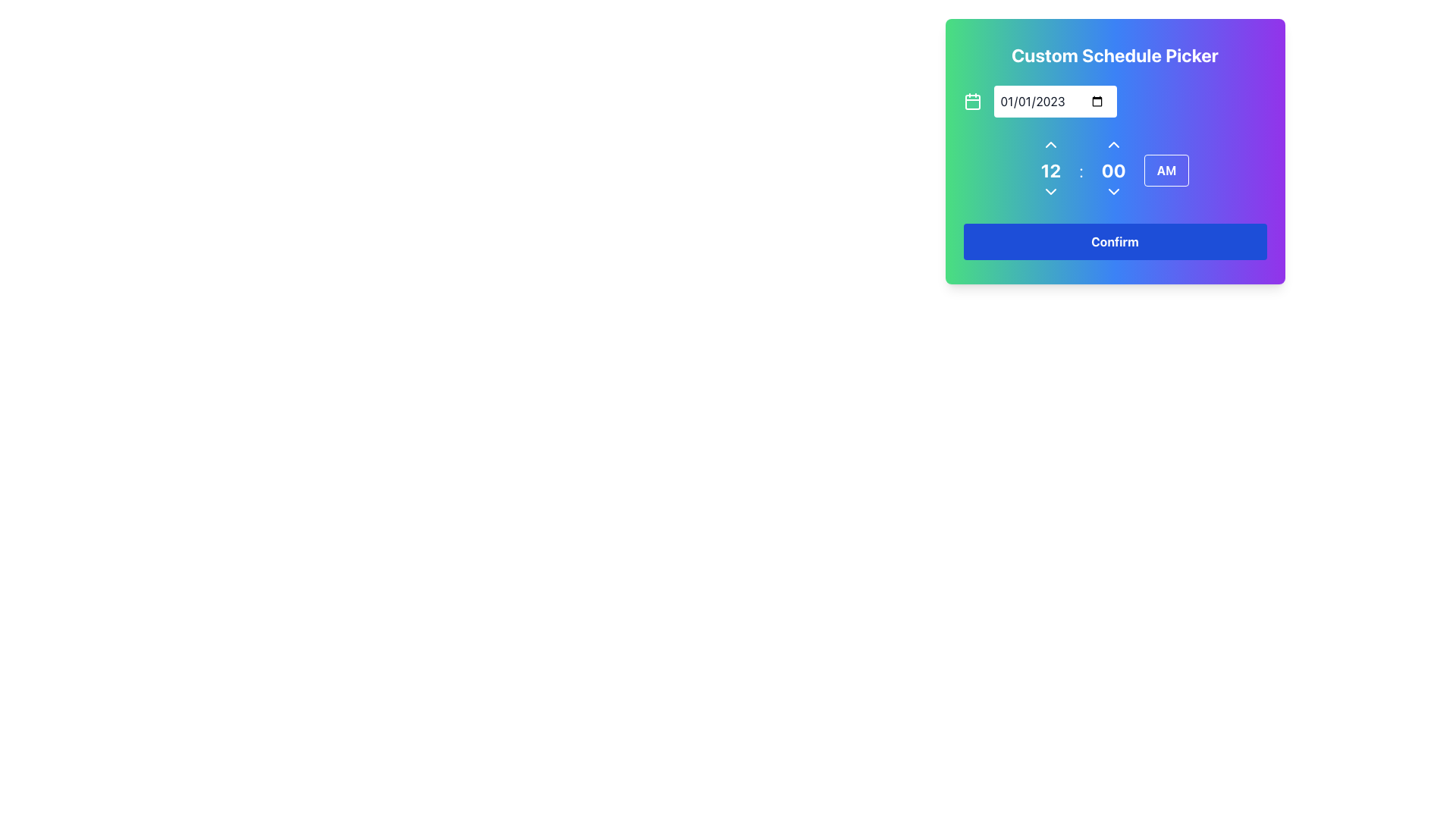 The width and height of the screenshot is (1456, 819). I want to click on the blue 'Confirm' button with rounded corners to observe the hover effect, so click(1115, 241).